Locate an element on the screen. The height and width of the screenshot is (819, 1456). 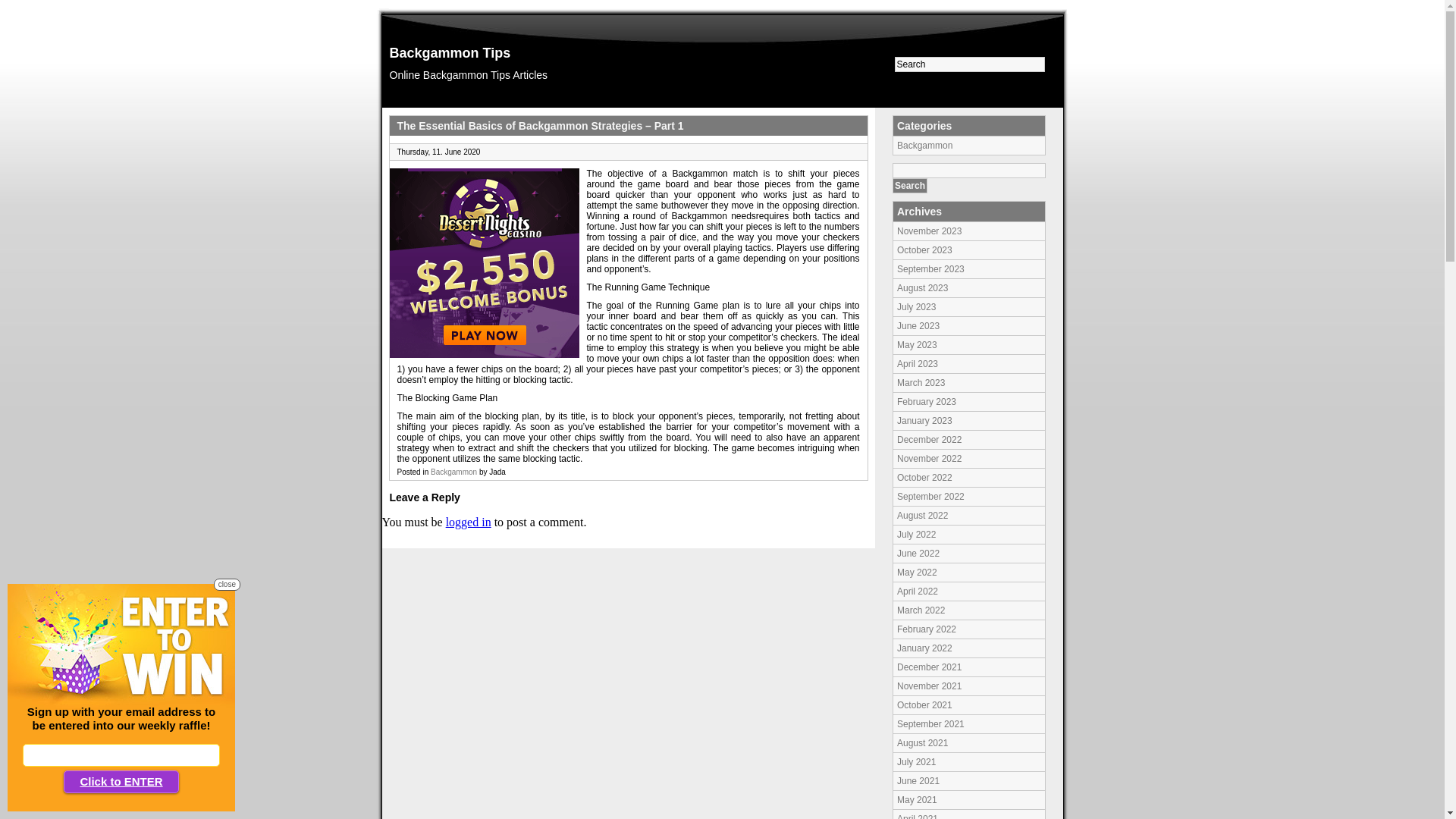
'November 2021' is located at coordinates (928, 686).